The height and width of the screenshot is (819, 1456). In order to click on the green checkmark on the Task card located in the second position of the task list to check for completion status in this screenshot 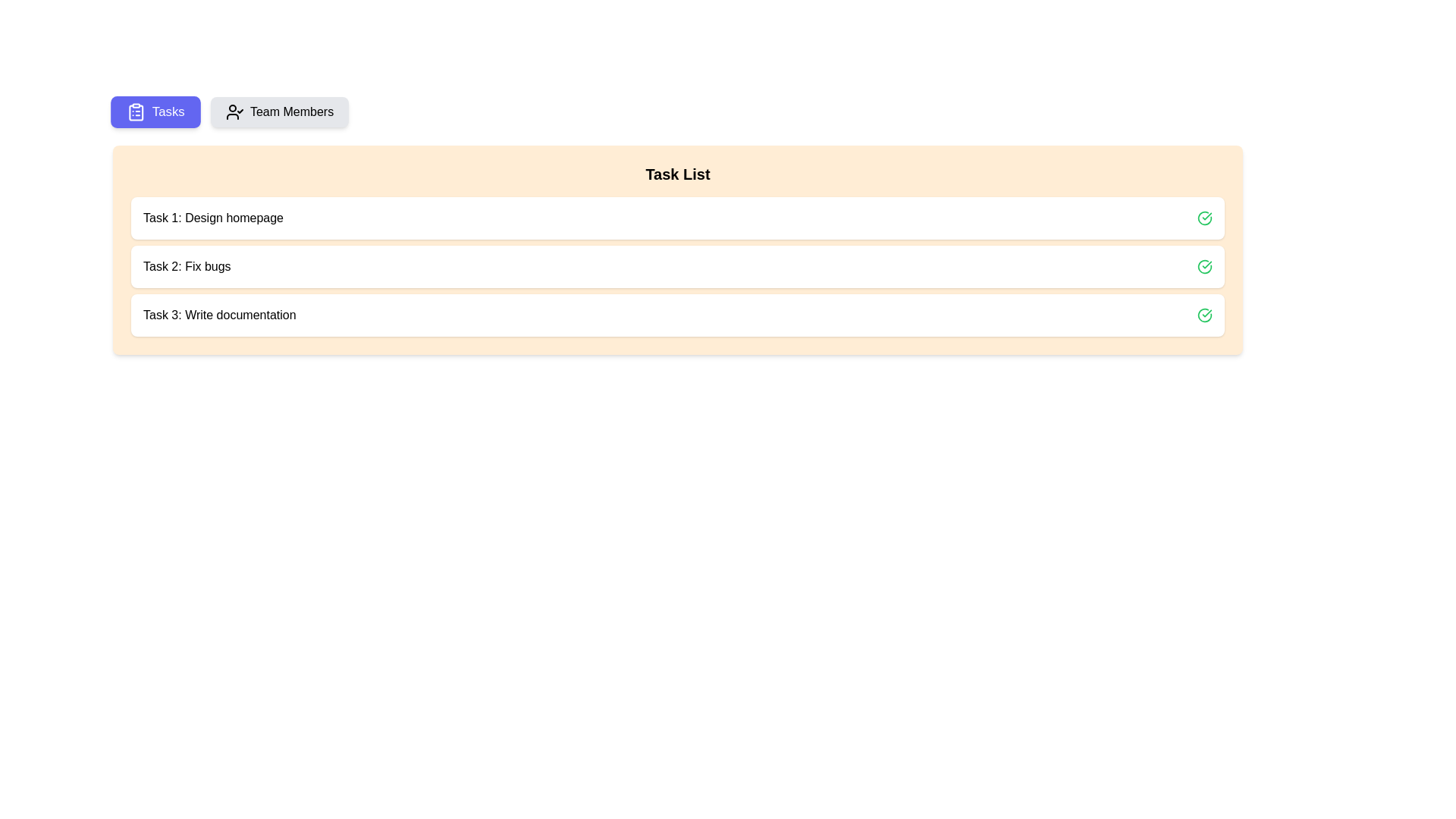, I will do `click(676, 265)`.